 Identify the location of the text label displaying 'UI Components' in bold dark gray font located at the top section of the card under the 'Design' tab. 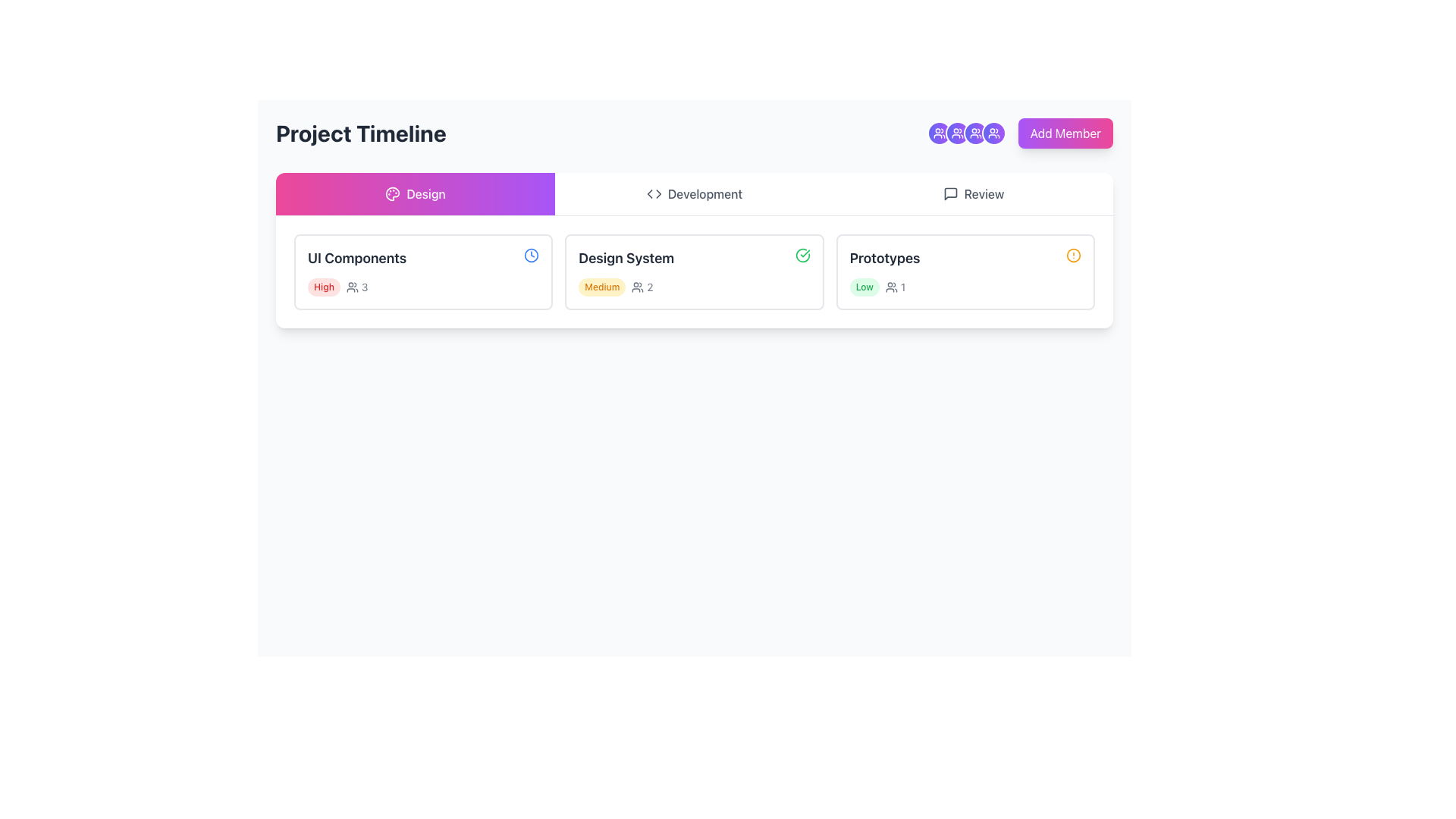
(356, 257).